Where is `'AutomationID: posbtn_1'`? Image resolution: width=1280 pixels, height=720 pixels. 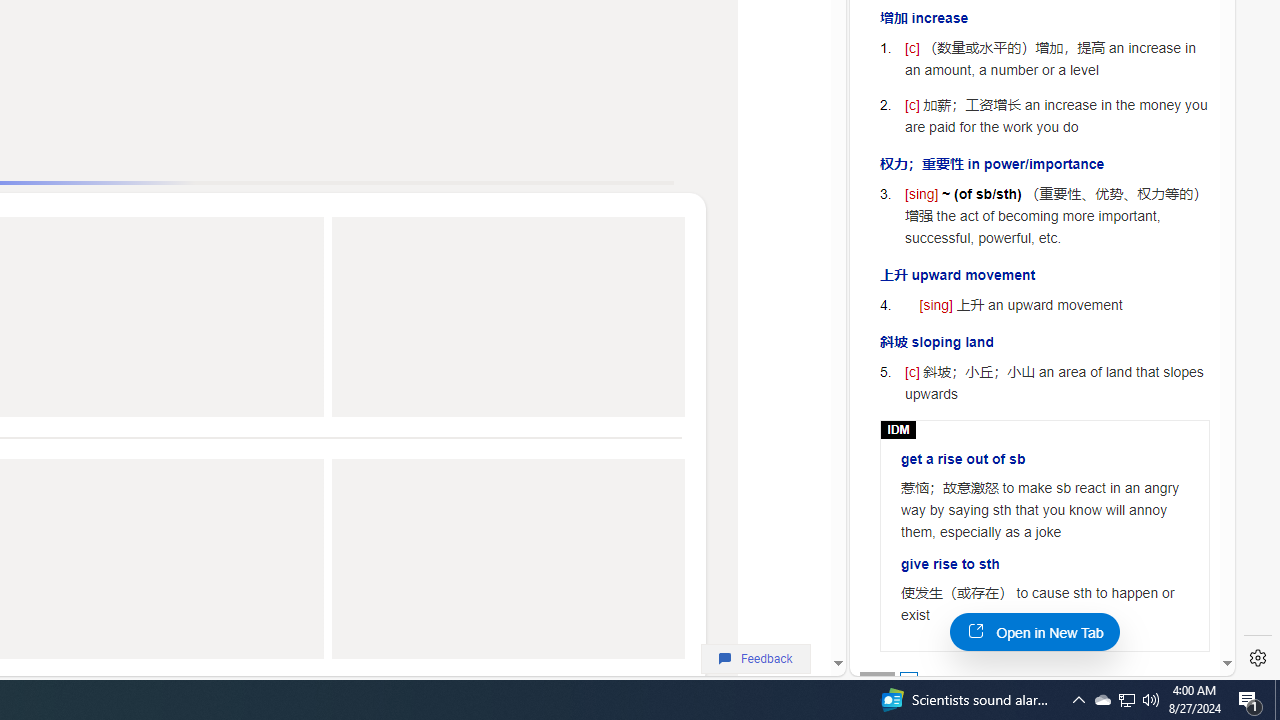 'AutomationID: posbtn_1' is located at coordinates (907, 679).